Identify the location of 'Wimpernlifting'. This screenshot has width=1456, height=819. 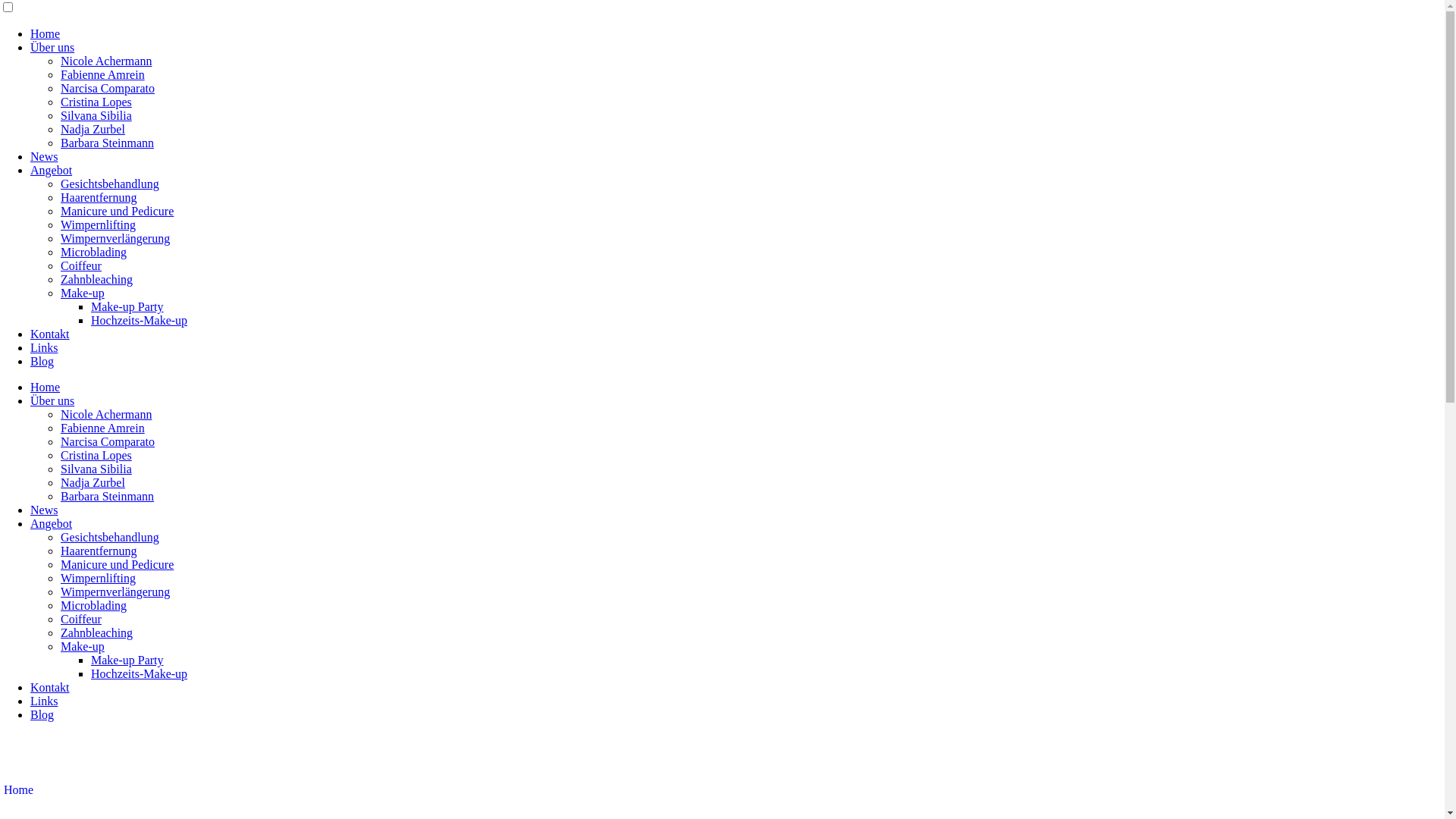
(61, 224).